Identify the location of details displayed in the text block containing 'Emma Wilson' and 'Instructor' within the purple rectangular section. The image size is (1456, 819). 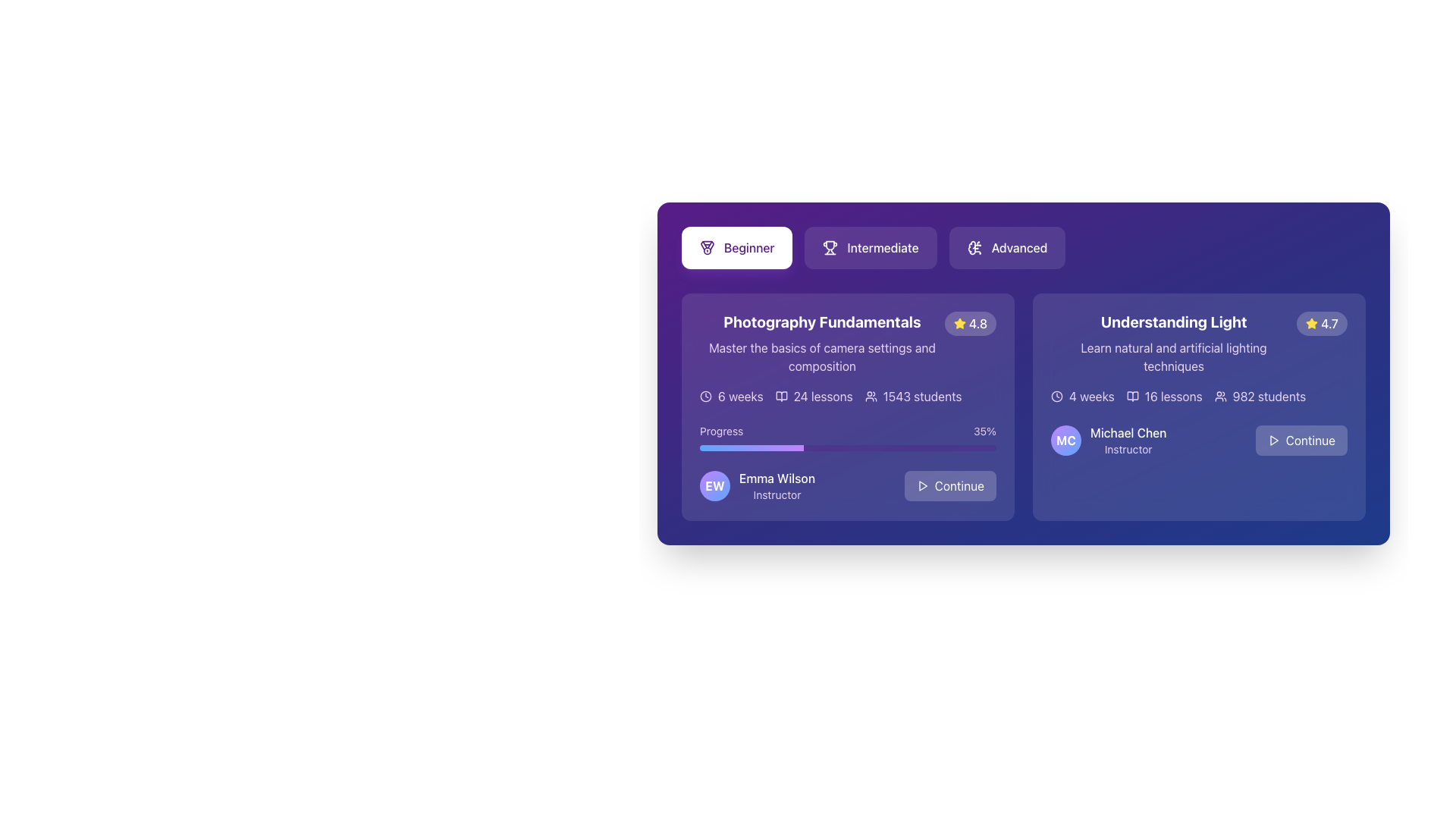
(777, 485).